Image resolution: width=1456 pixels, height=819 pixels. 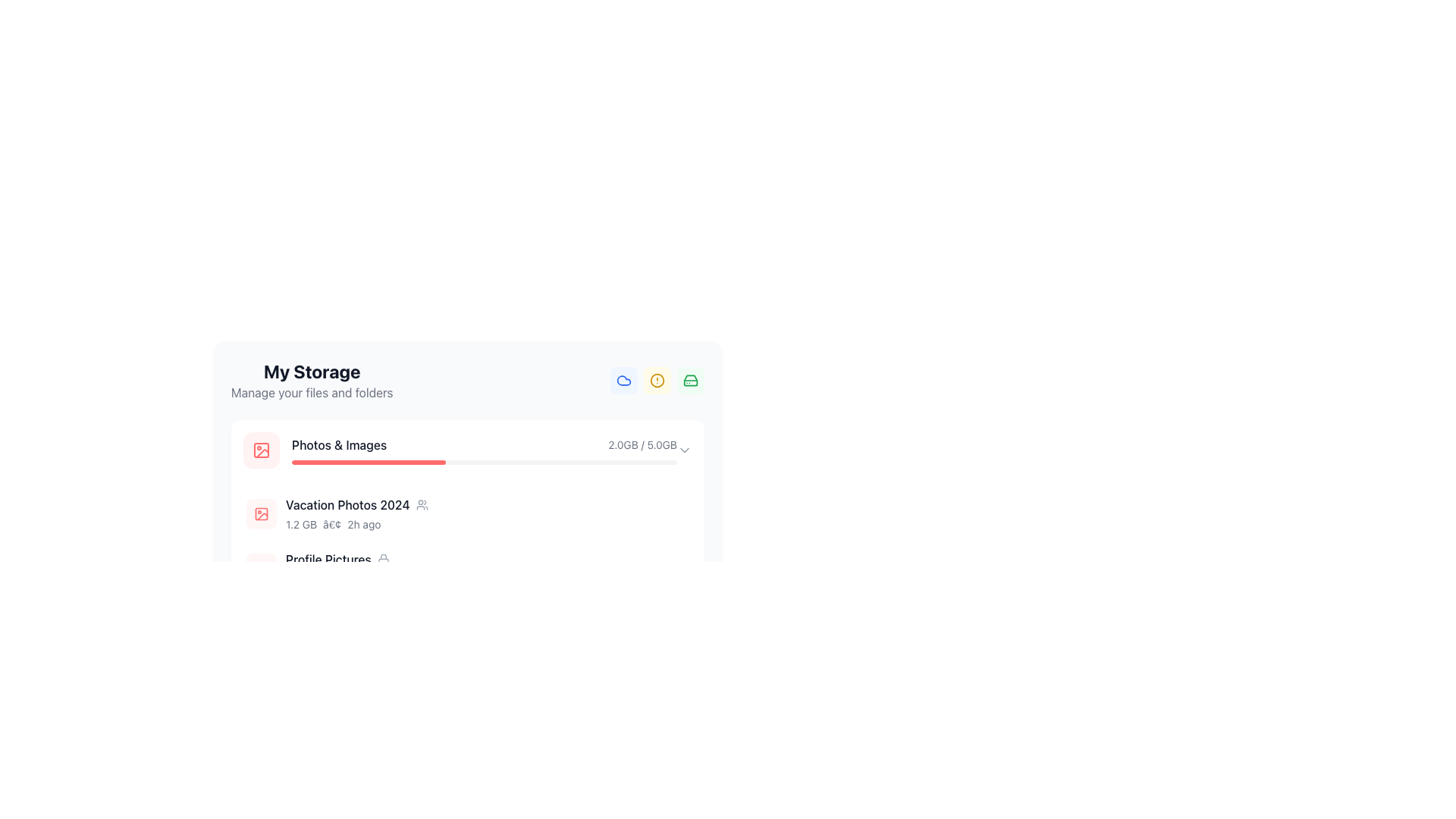 I want to click on the cloud-related Icon button, which is the first in a sequence of three icons at the top-right of the interface, distinguished by its blue background, so click(x=623, y=379).